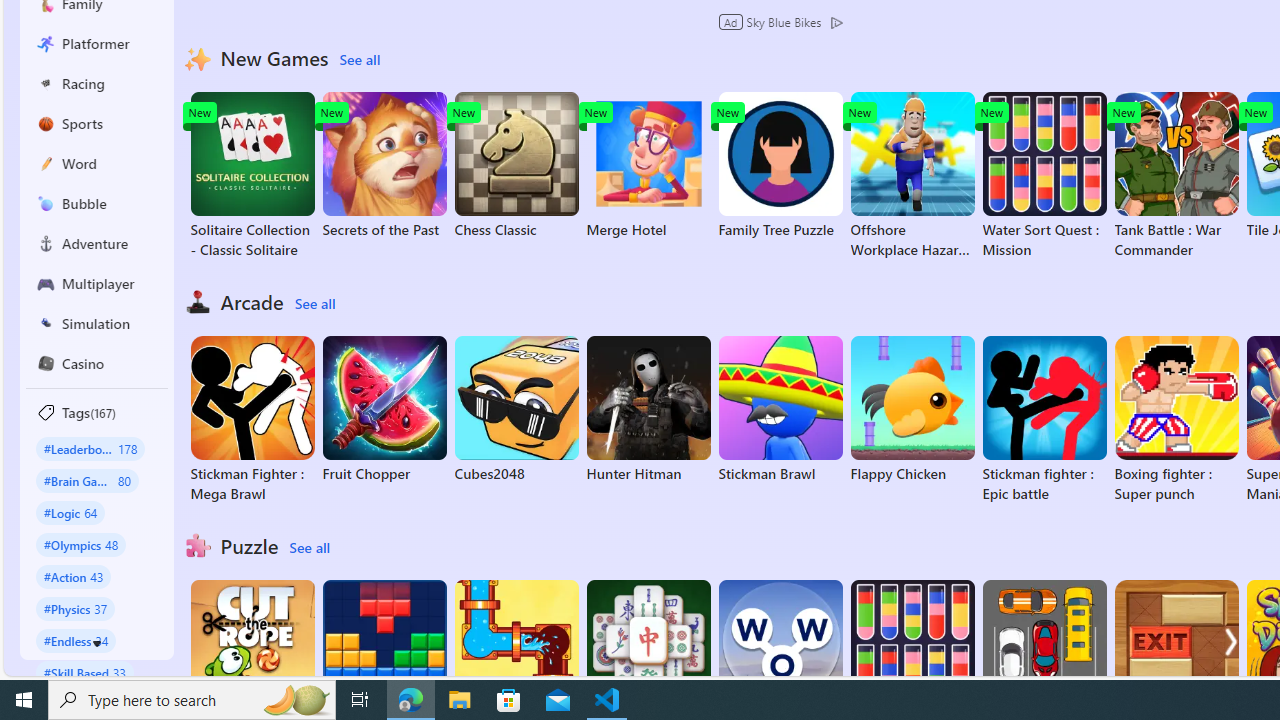  Describe the element at coordinates (76, 640) in the screenshot. I see `'#Endless 34'` at that location.